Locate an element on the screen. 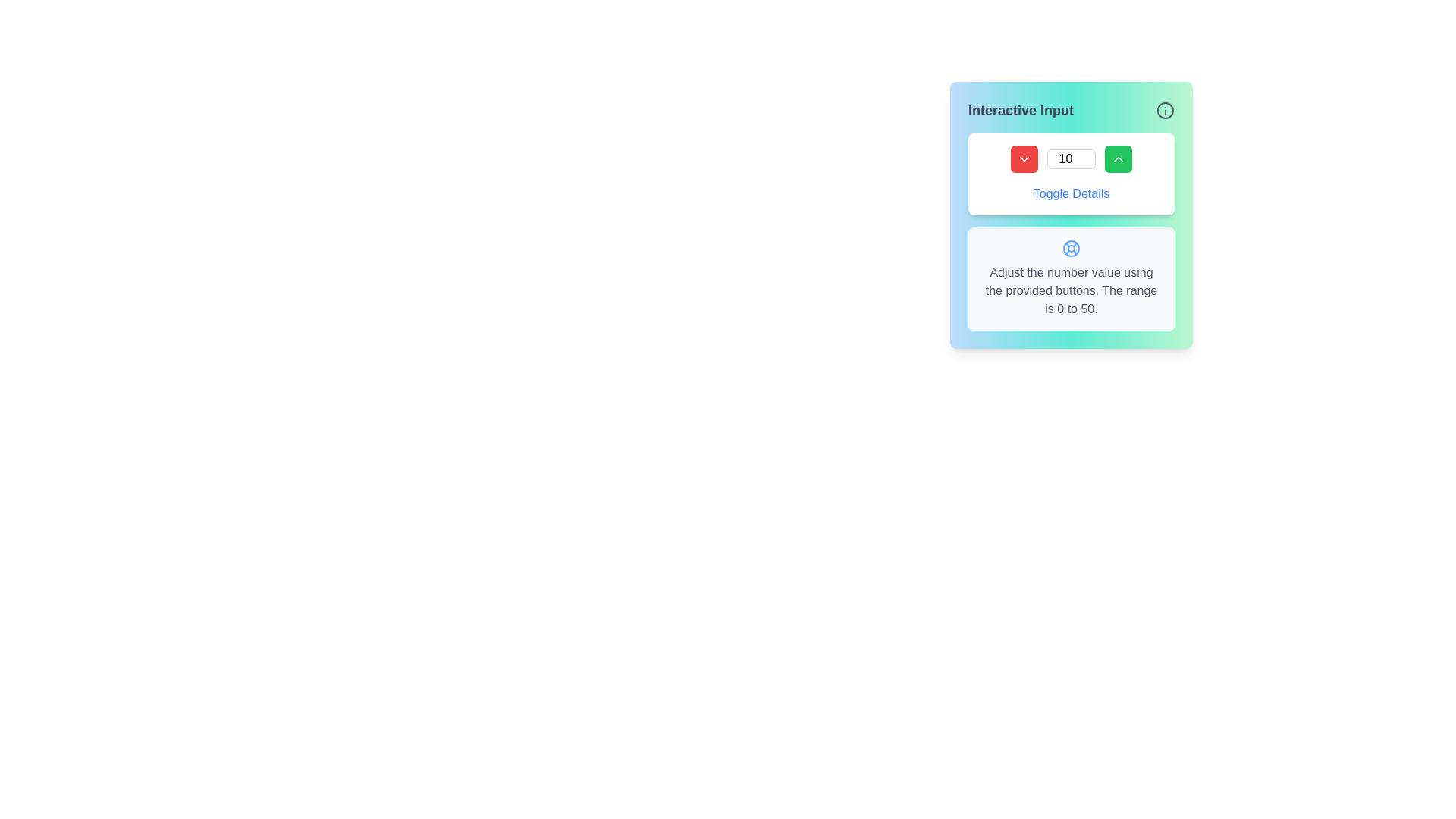 The image size is (1456, 819). the upward arrow icon within the green square button located in the top-right corner of the panel is located at coordinates (1118, 158).